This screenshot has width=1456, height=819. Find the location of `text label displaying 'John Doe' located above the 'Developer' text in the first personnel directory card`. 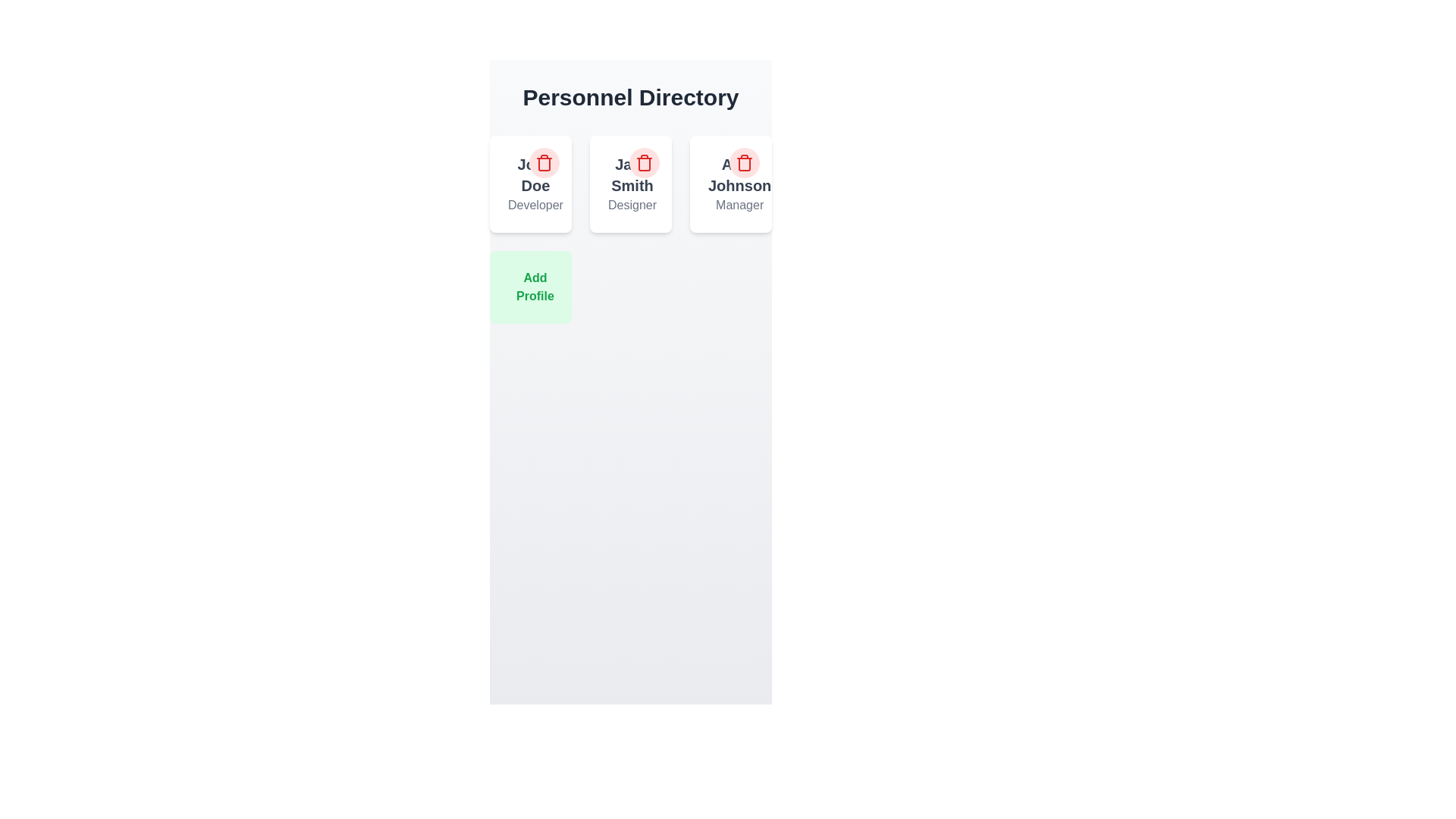

text label displaying 'John Doe' located above the 'Developer' text in the first personnel directory card is located at coordinates (535, 174).